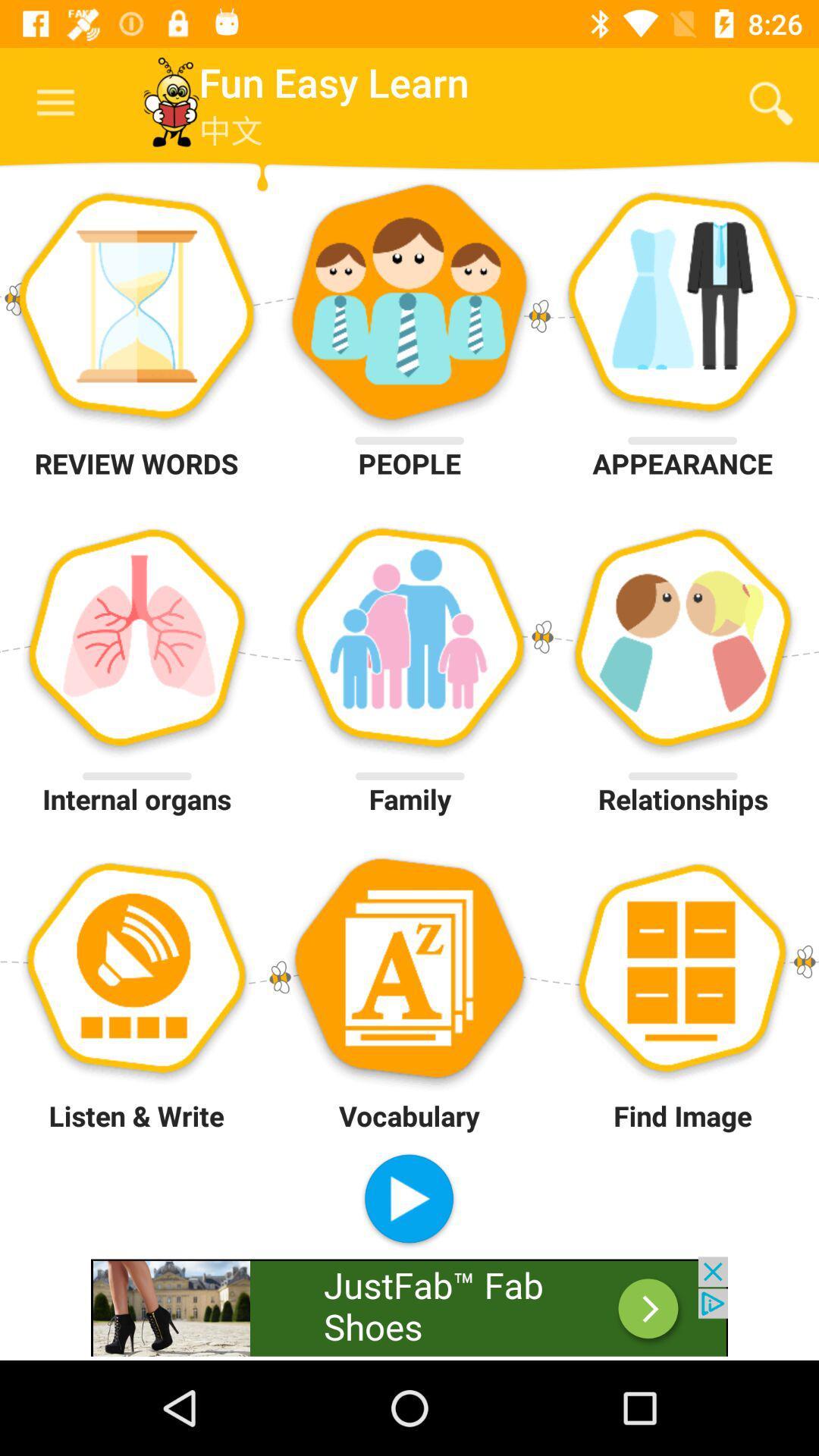  Describe the element at coordinates (408, 1200) in the screenshot. I see `the play icon` at that location.